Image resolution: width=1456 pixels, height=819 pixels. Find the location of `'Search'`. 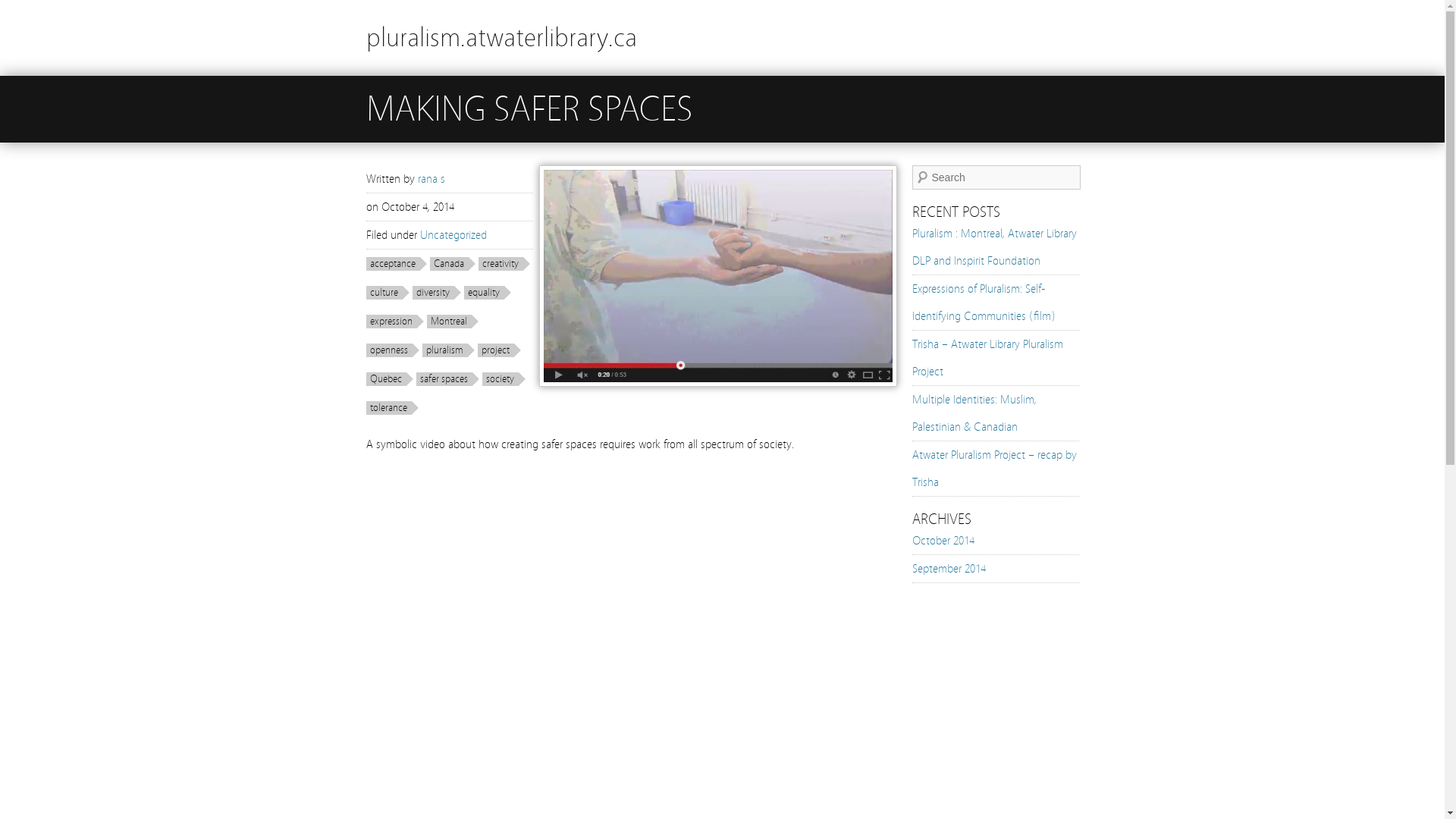

'Search' is located at coordinates (0, 8).